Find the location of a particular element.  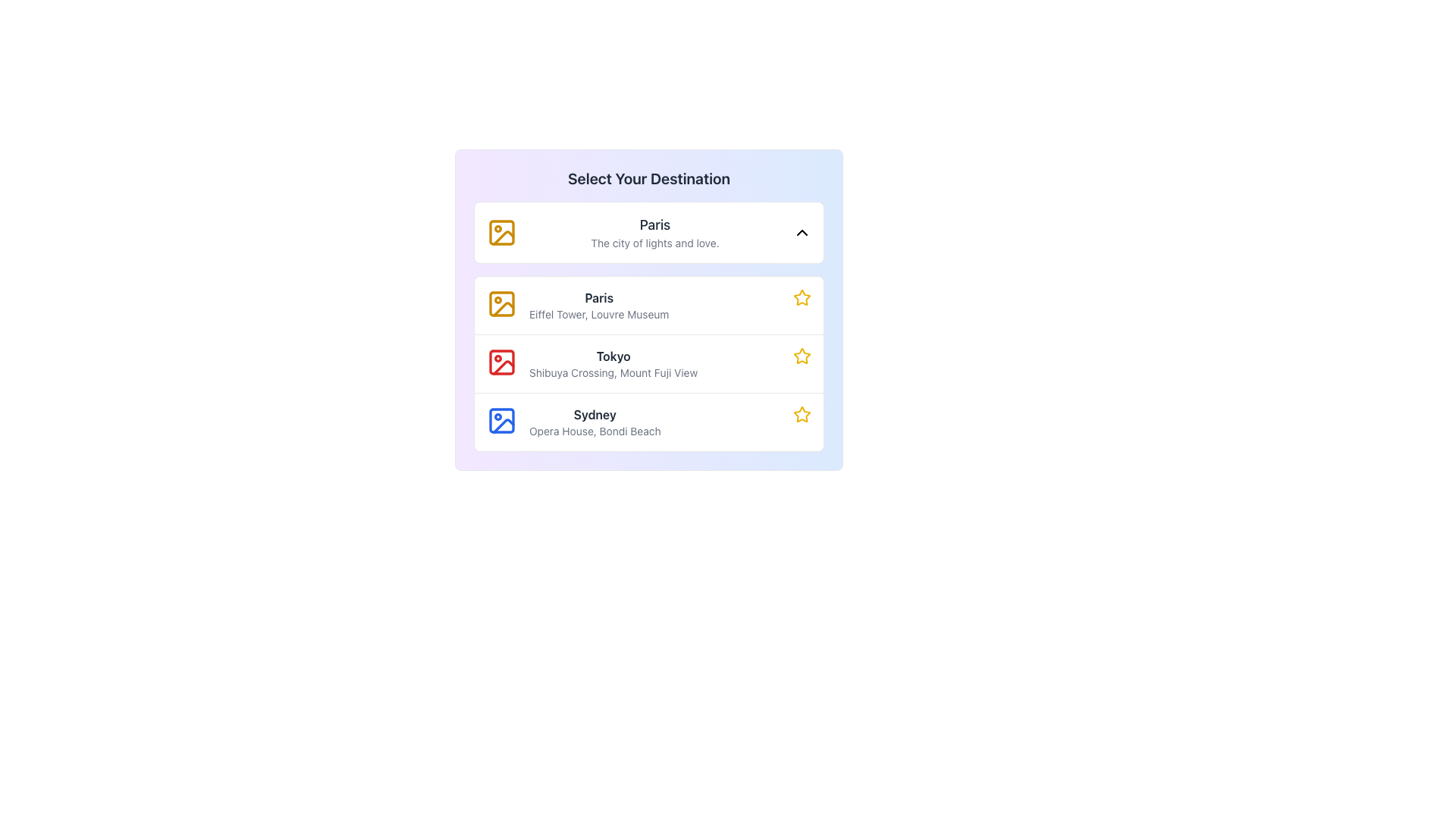

the image icon that represents the destination 'Paris' in the list under the header 'Select Your Destination.' is located at coordinates (502, 233).